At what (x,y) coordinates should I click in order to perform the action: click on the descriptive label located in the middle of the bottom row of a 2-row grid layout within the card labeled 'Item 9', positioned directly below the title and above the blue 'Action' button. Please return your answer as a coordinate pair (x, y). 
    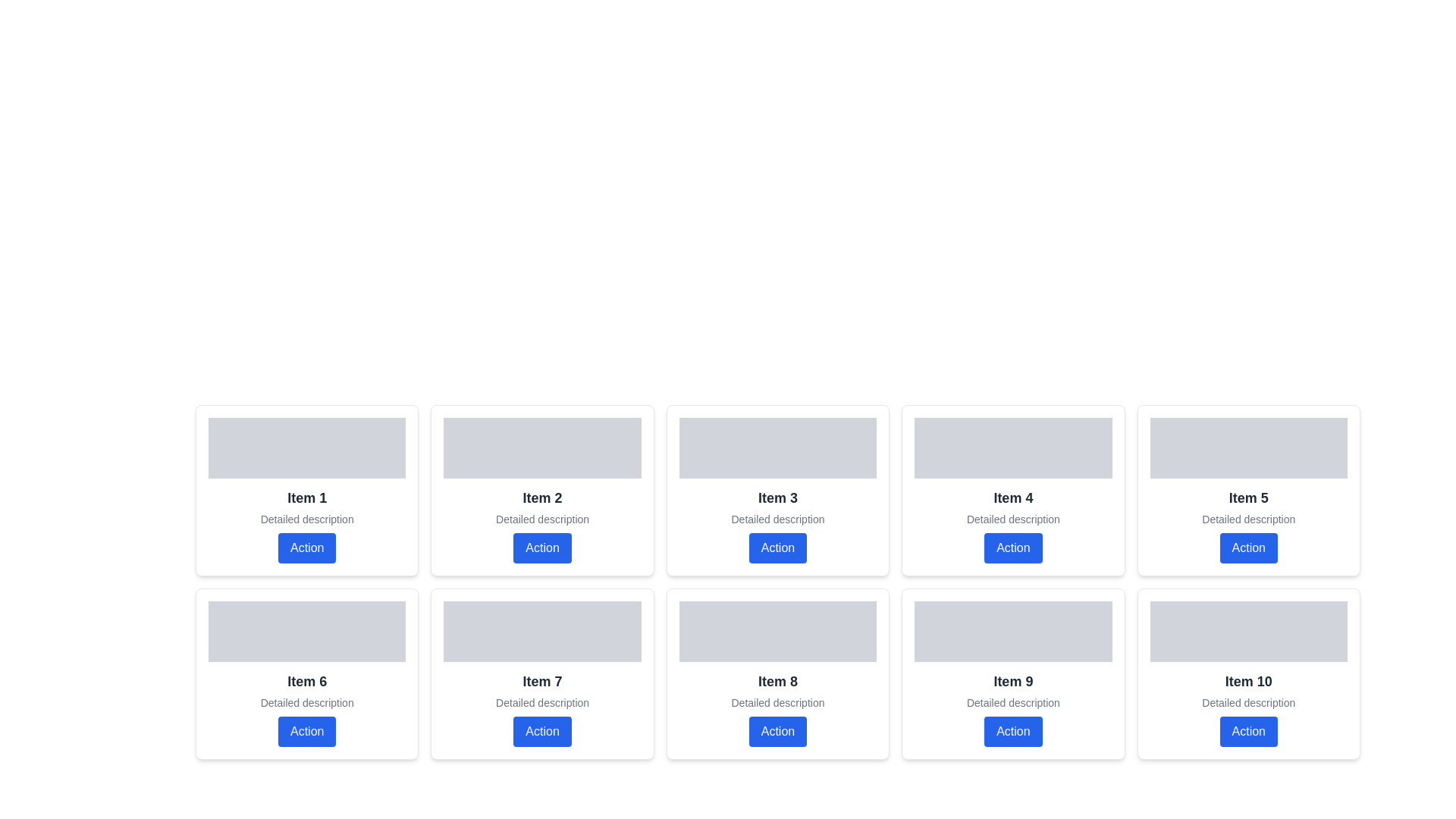
    Looking at the image, I should click on (1013, 702).